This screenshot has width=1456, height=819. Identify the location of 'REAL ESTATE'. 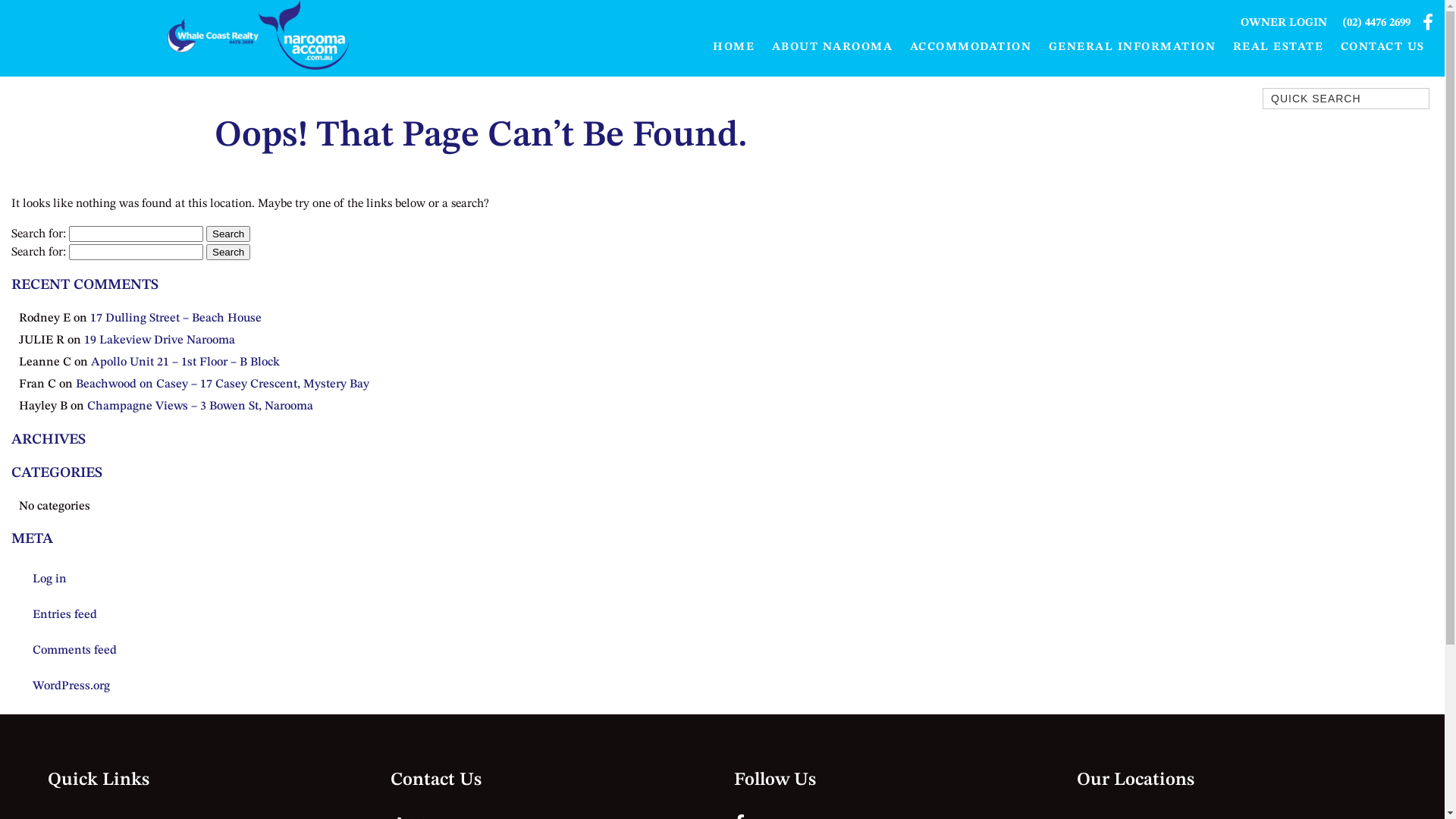
(1276, 46).